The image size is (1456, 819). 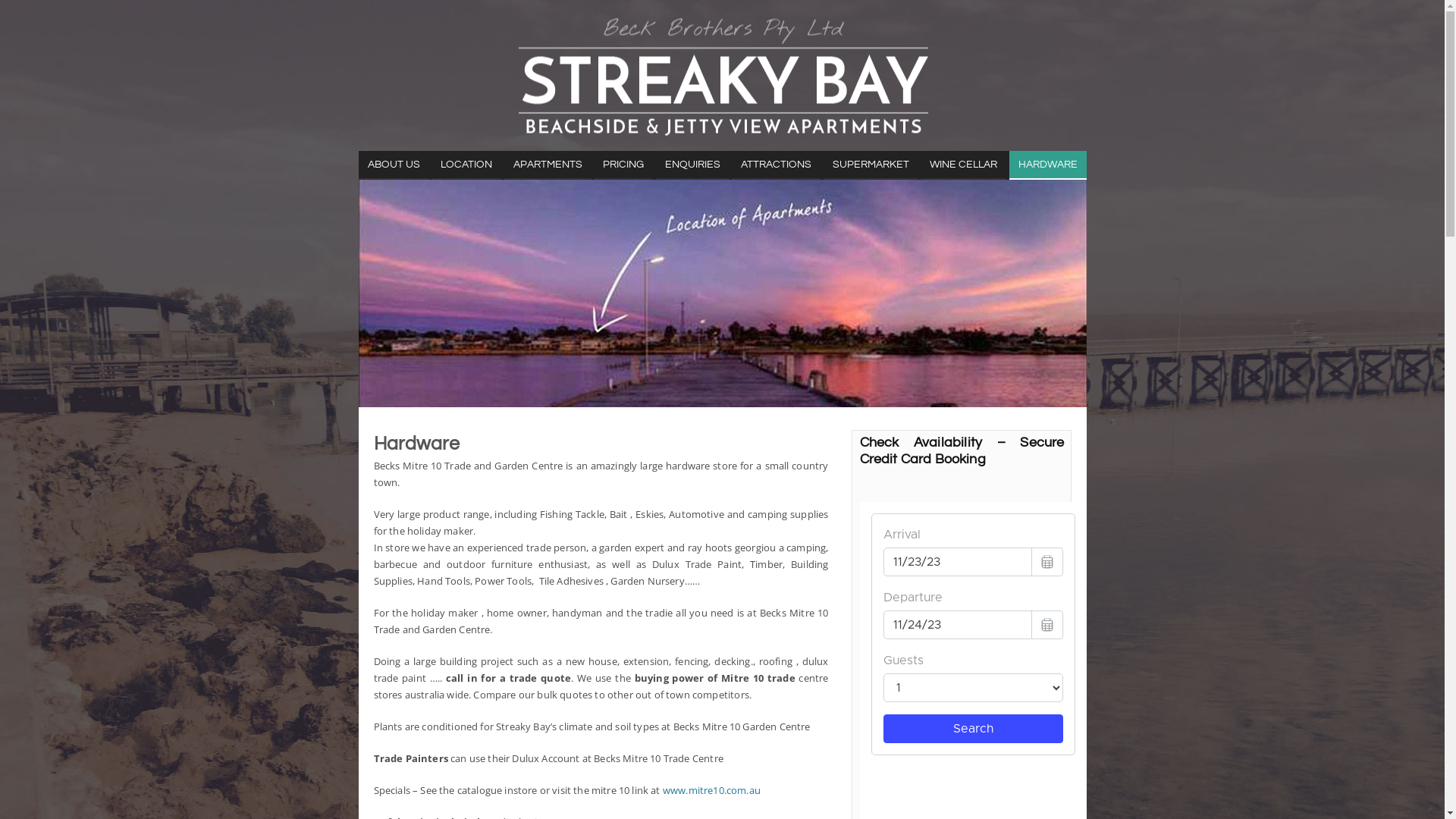 I want to click on 'APARTMENTS', so click(x=503, y=165).